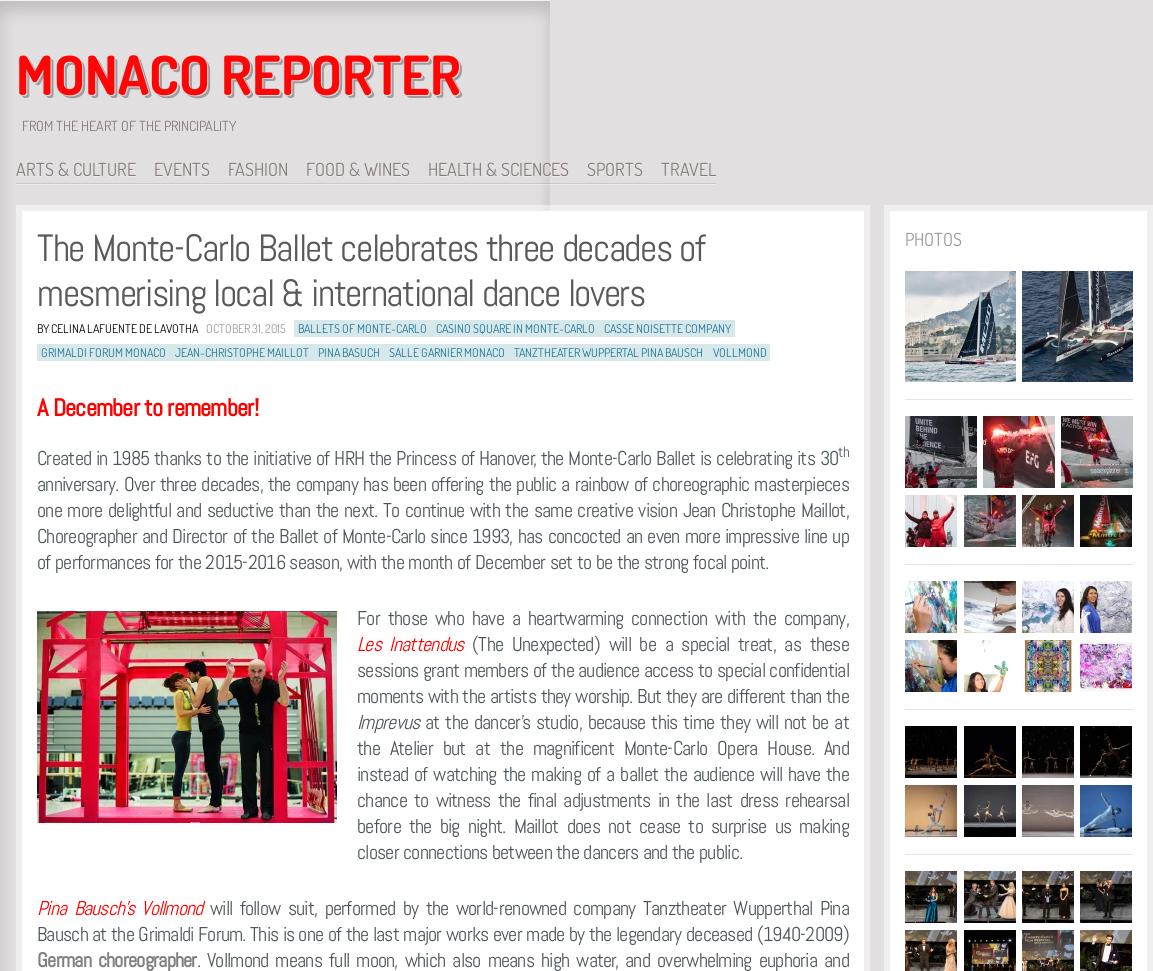 This screenshot has height=971, width=1153. What do you see at coordinates (239, 351) in the screenshot?
I see `'Jean-Christophe Maillot'` at bounding box center [239, 351].